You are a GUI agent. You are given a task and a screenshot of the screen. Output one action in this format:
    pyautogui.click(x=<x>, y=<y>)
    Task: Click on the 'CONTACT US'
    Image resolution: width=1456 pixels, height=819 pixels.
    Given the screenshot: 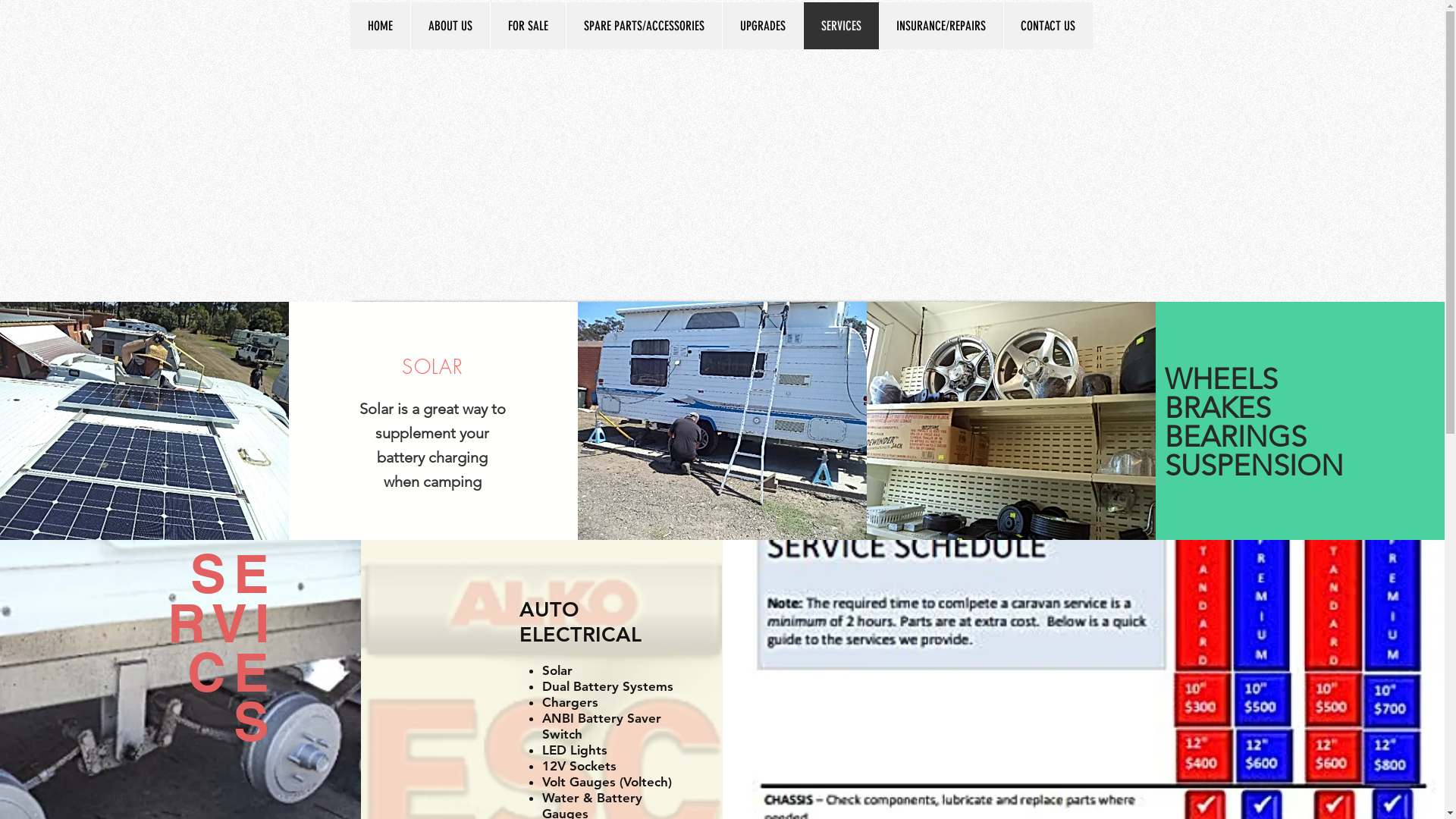 What is the action you would take?
    pyautogui.click(x=1046, y=26)
    